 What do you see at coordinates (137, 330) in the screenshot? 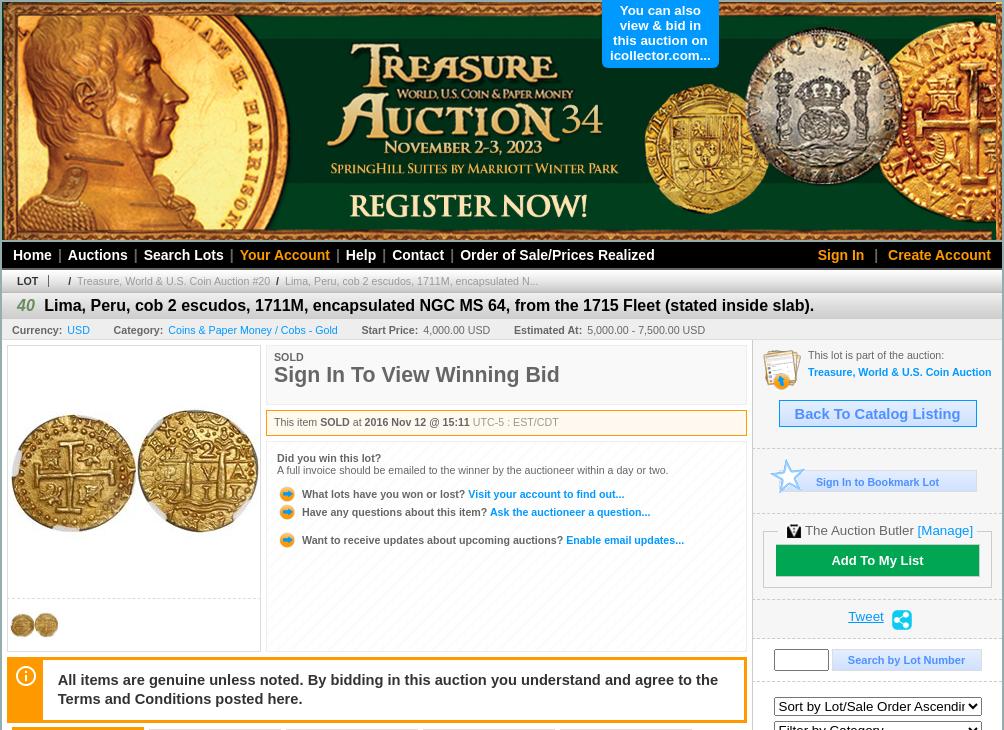
I see `'Category:'` at bounding box center [137, 330].